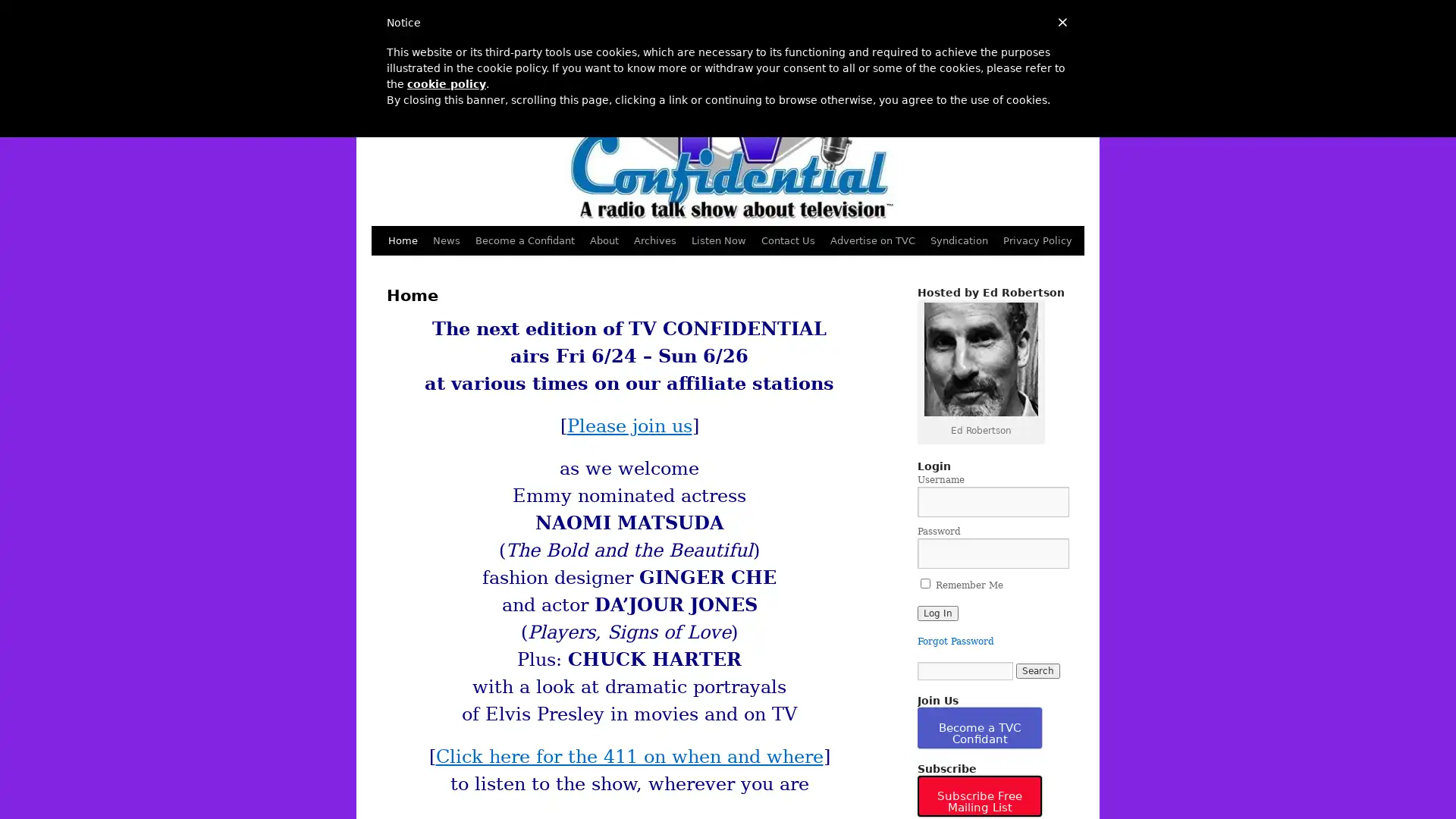  Describe the element at coordinates (937, 613) in the screenshot. I see `Log In` at that location.